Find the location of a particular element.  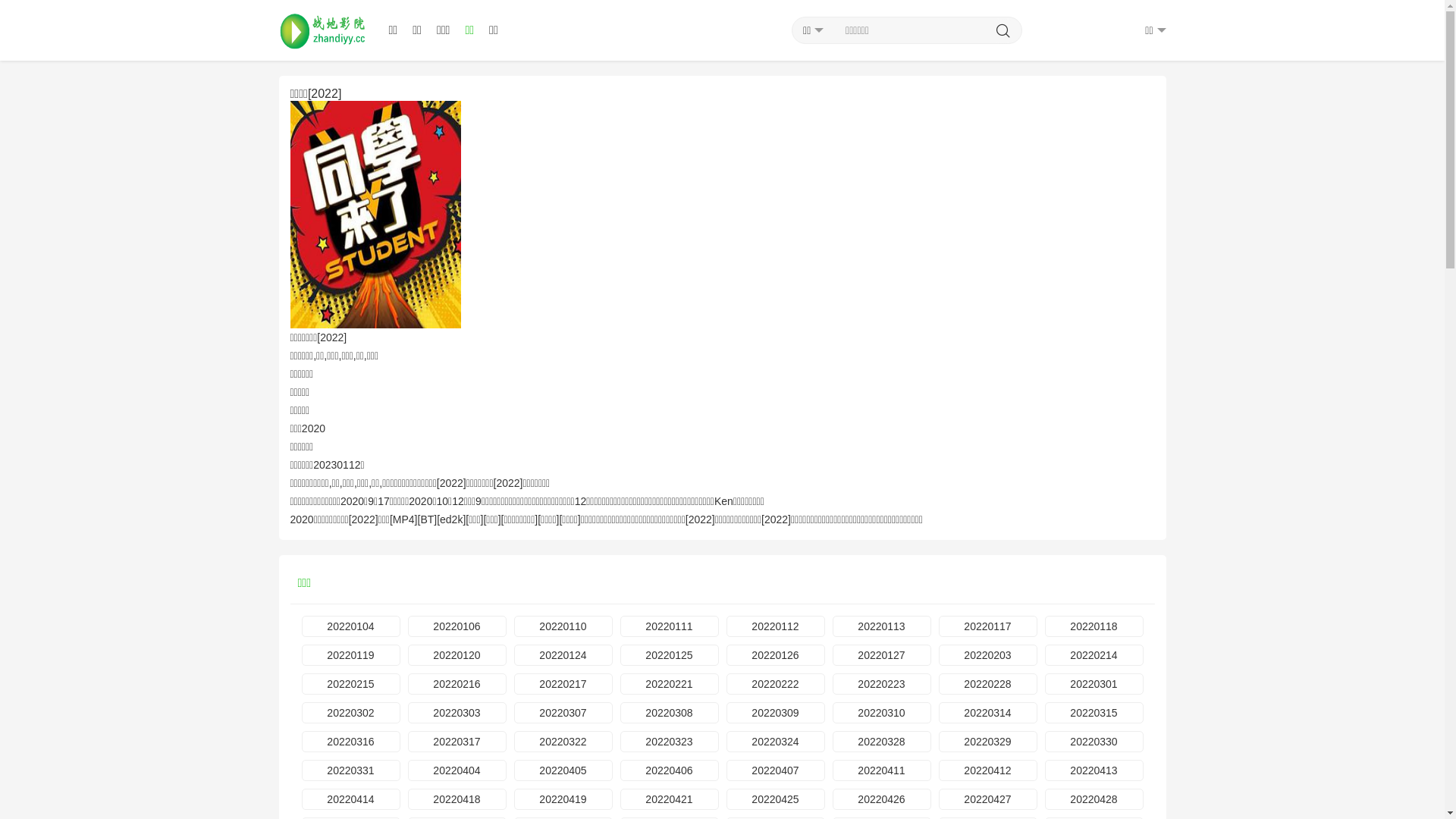

'20220308' is located at coordinates (669, 713).